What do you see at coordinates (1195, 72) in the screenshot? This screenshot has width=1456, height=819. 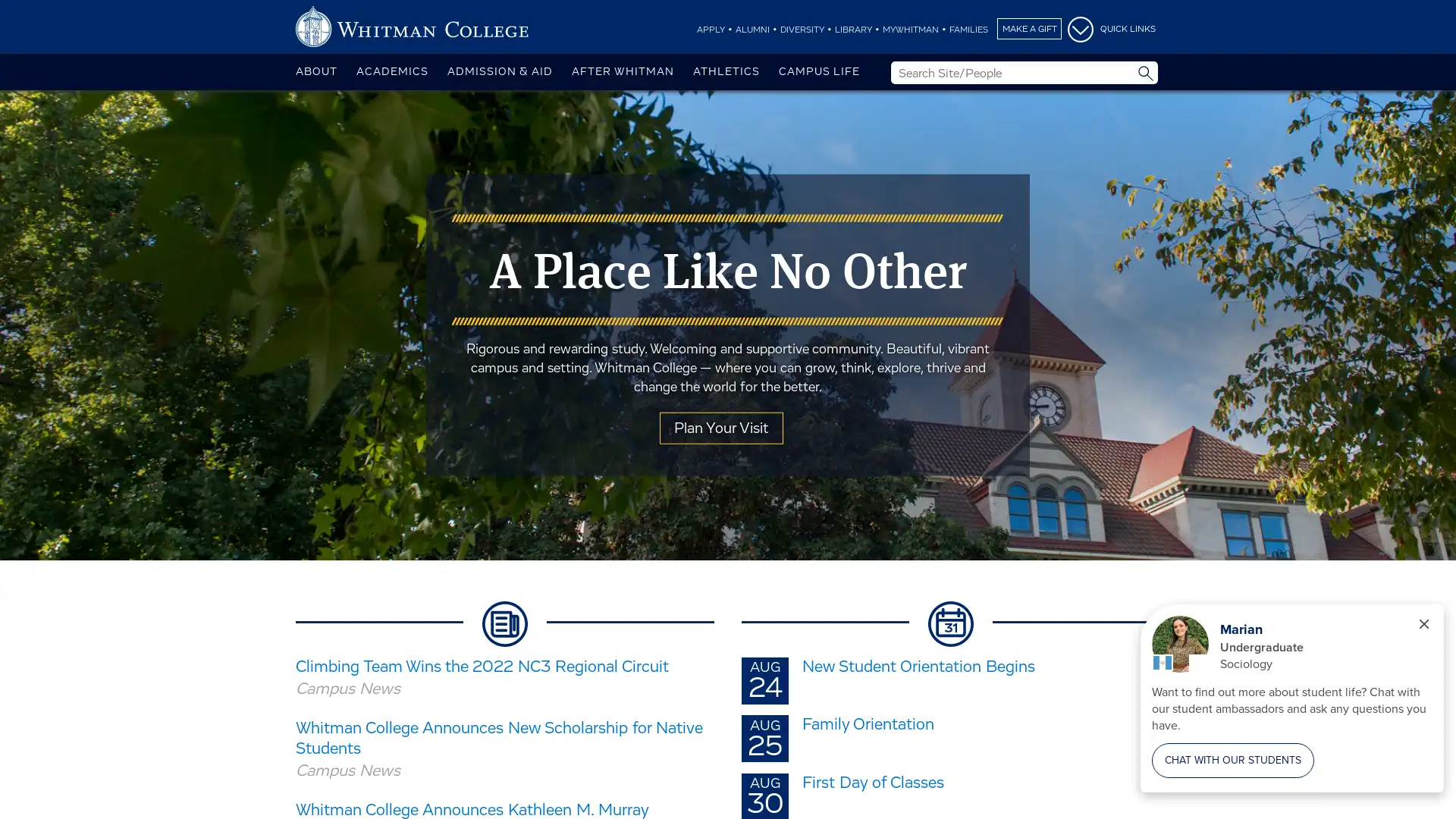 I see `People` at bounding box center [1195, 72].